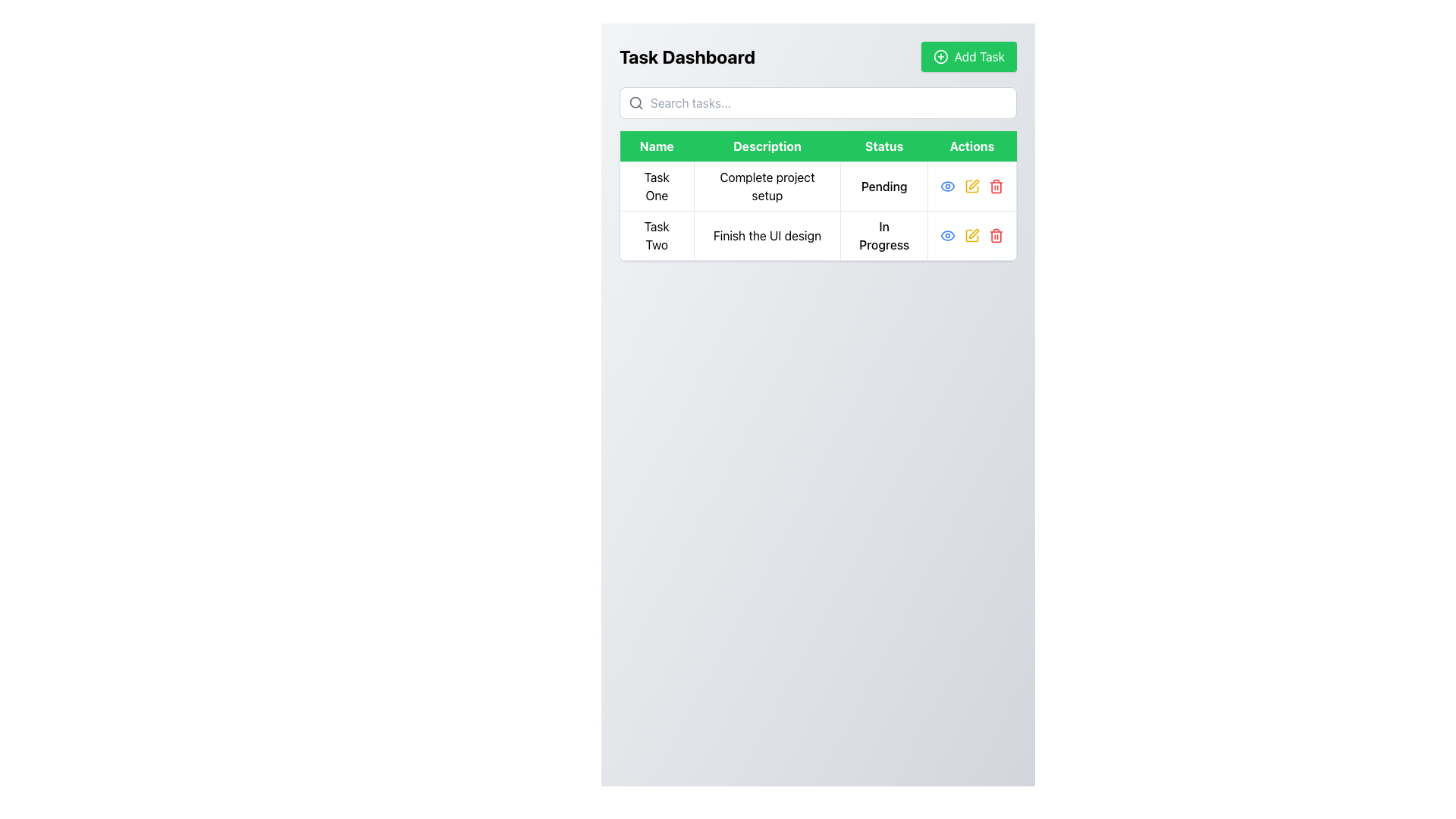 This screenshot has height=819, width=1456. What do you see at coordinates (971, 186) in the screenshot?
I see `the edit button in the 'Actions' column of the table corresponding to the second task row labeled 'Finish the UI design'` at bounding box center [971, 186].